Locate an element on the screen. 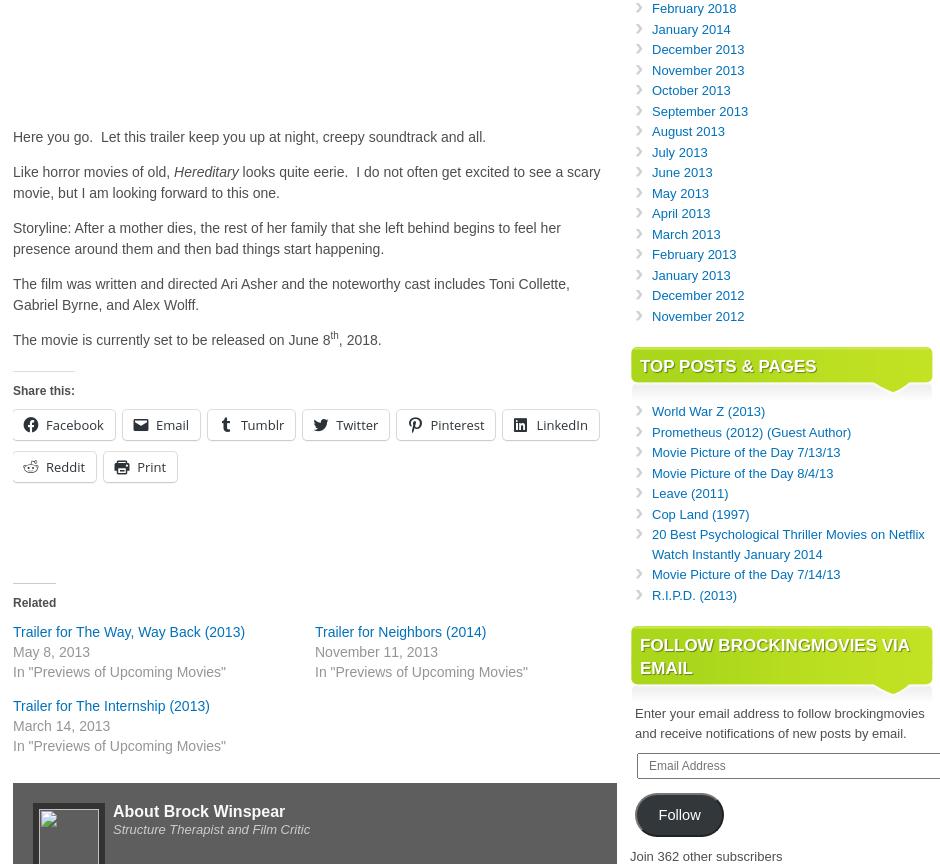  'Storyline: After a mother dies, the rest of her family that she left behind begins to feel her presence around them and then bad things start happening.' is located at coordinates (12, 237).